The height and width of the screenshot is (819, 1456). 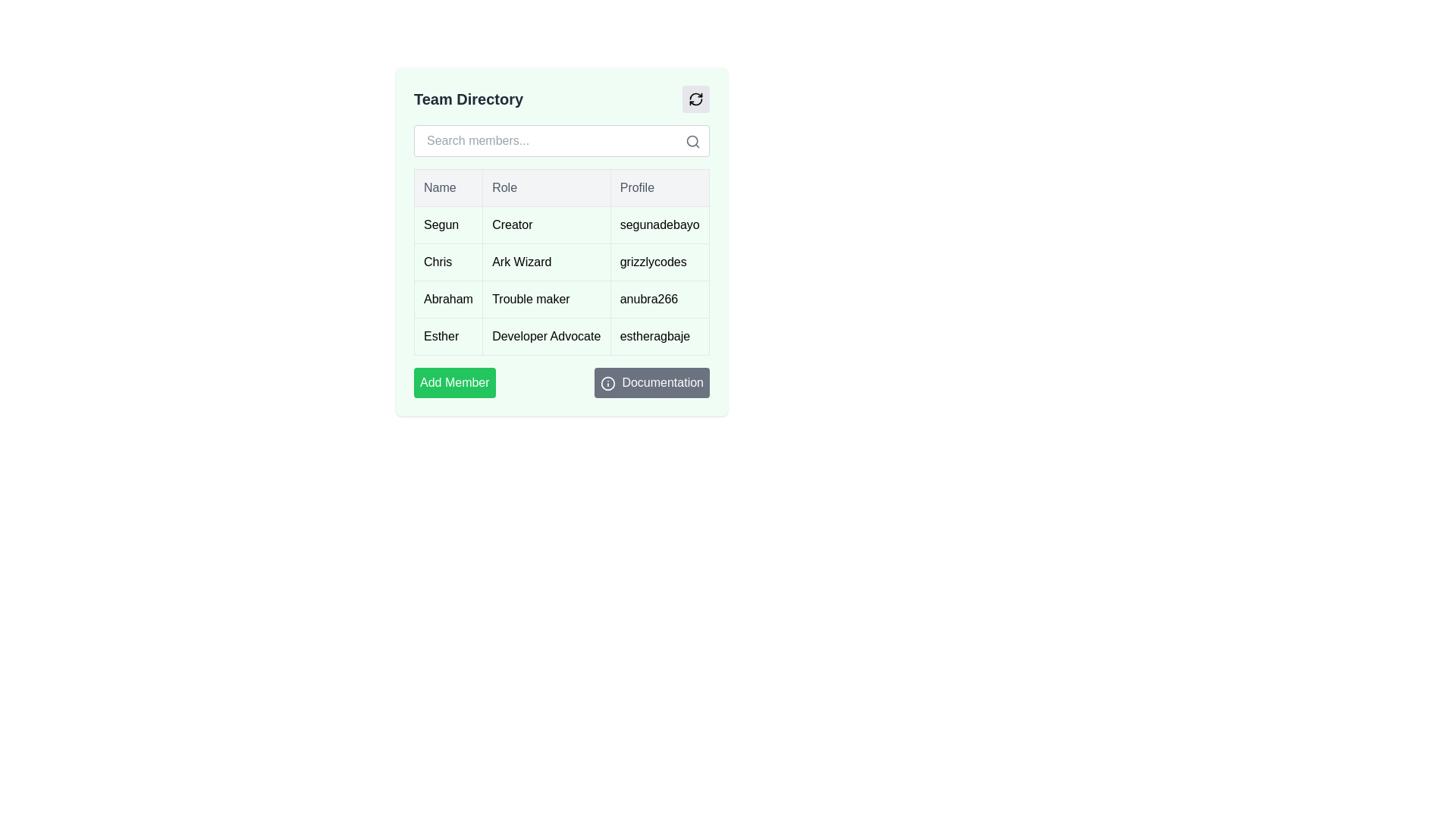 I want to click on the refresh button located in the top-right corner of the 'Team Directory' section, so click(x=695, y=99).